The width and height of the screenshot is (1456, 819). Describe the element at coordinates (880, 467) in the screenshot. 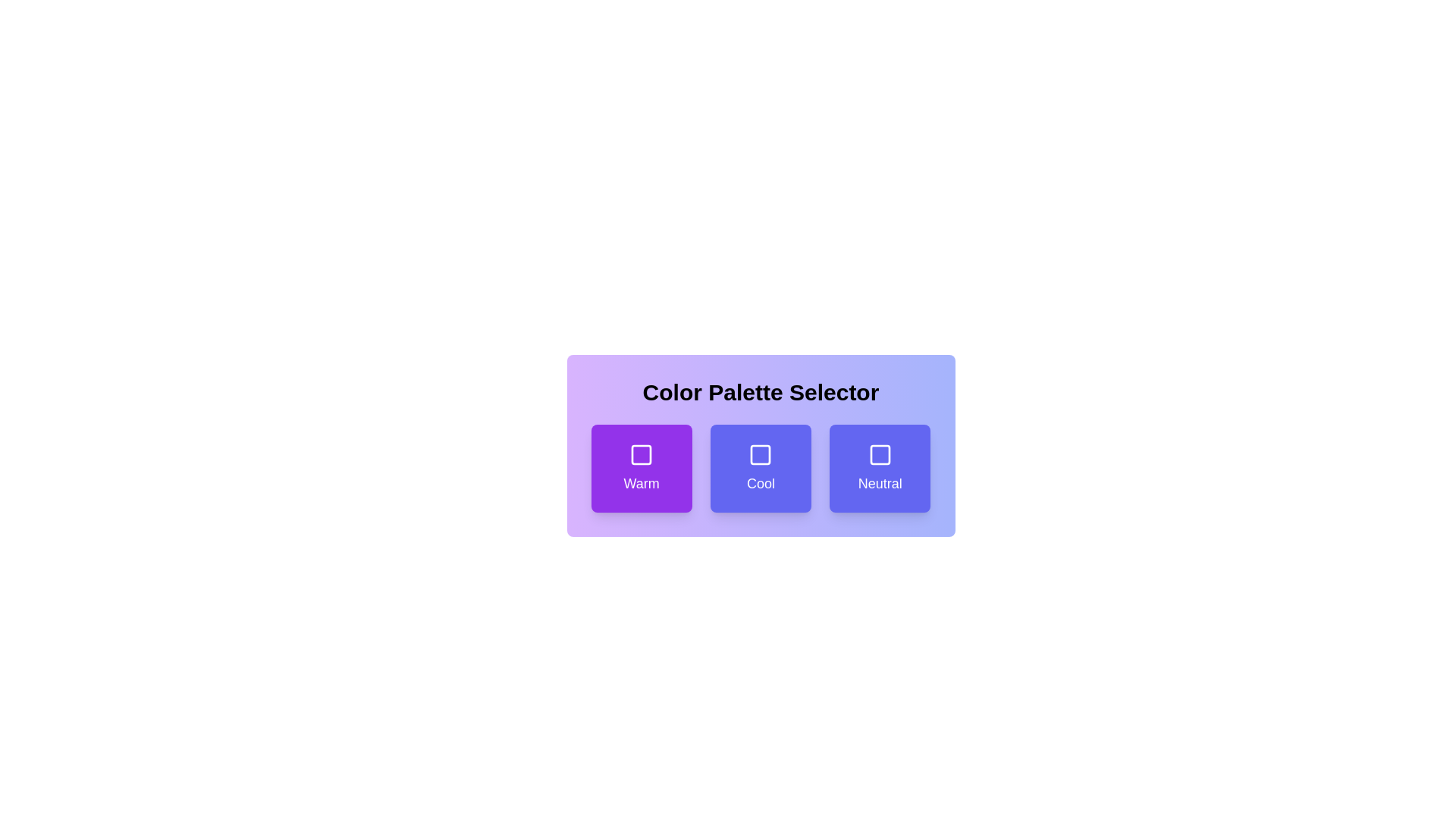

I see `the Neutral button to activate it` at that location.